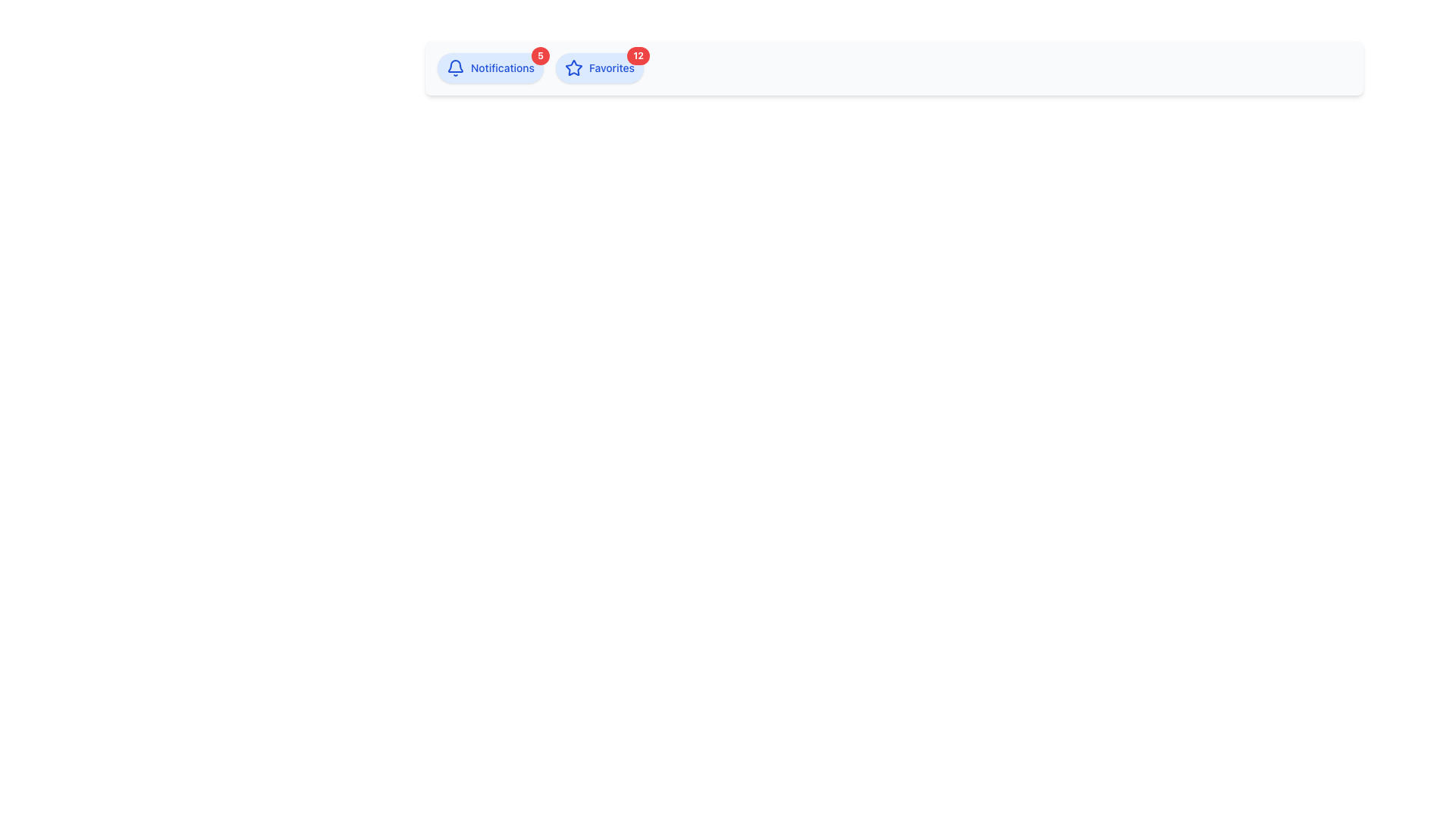 Image resolution: width=1456 pixels, height=819 pixels. I want to click on the numerical notification badge with the red background containing the number '12', so click(638, 55).